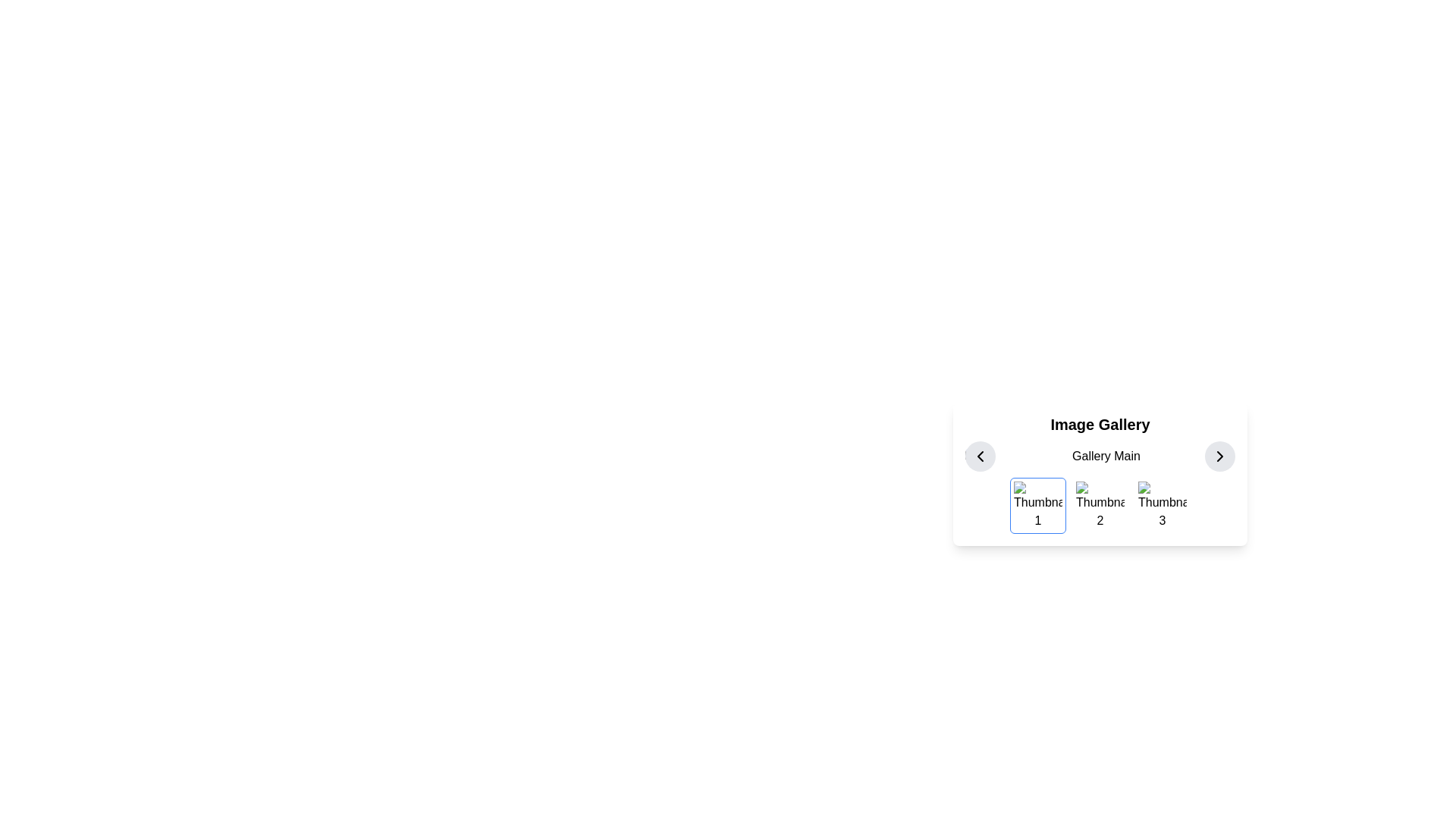 This screenshot has height=819, width=1456. Describe the element at coordinates (1100, 506) in the screenshot. I see `the interactive image thumbnail representing 'Thumbnail 2'` at that location.